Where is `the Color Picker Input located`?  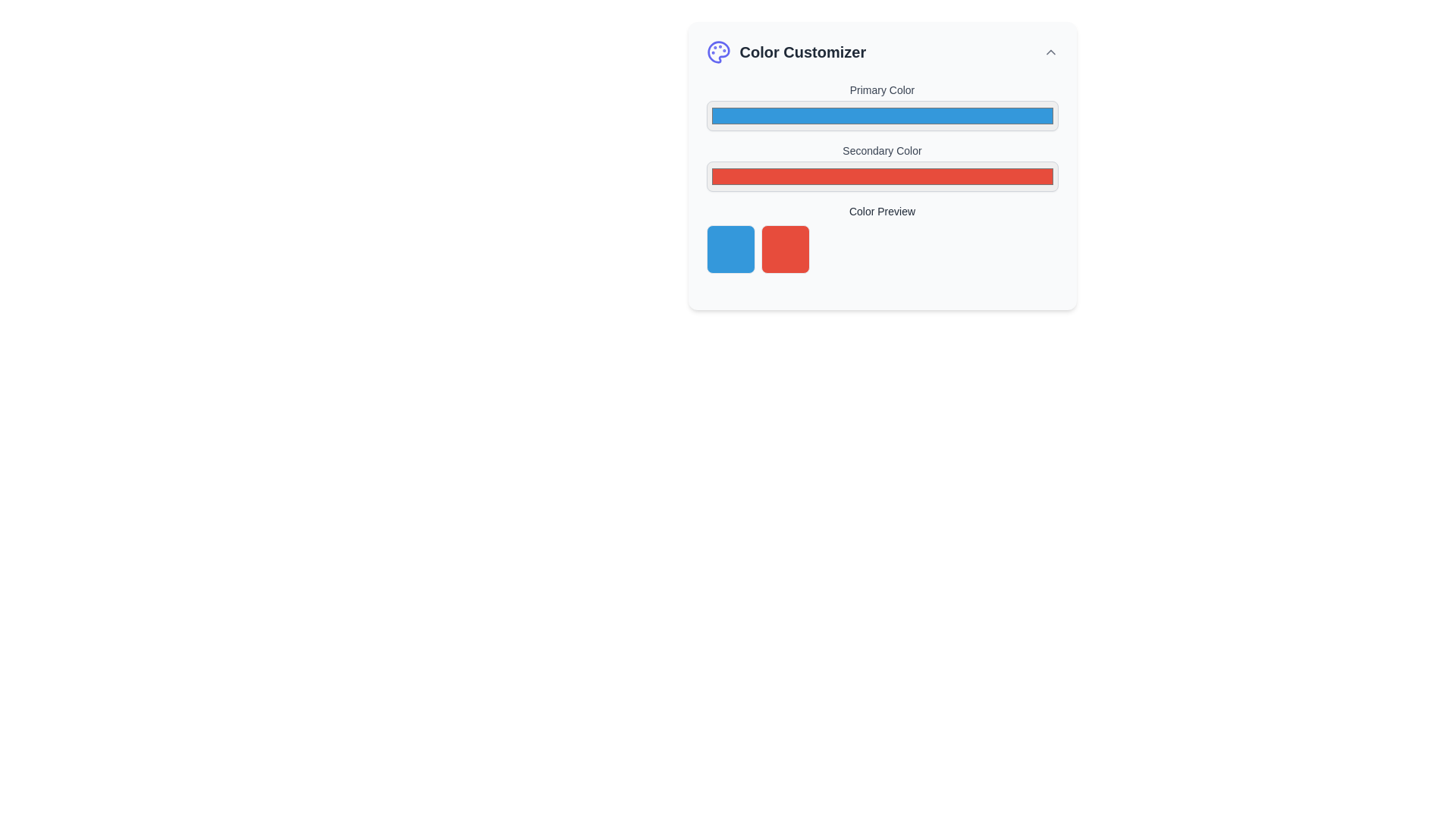
the Color Picker Input located is located at coordinates (882, 175).